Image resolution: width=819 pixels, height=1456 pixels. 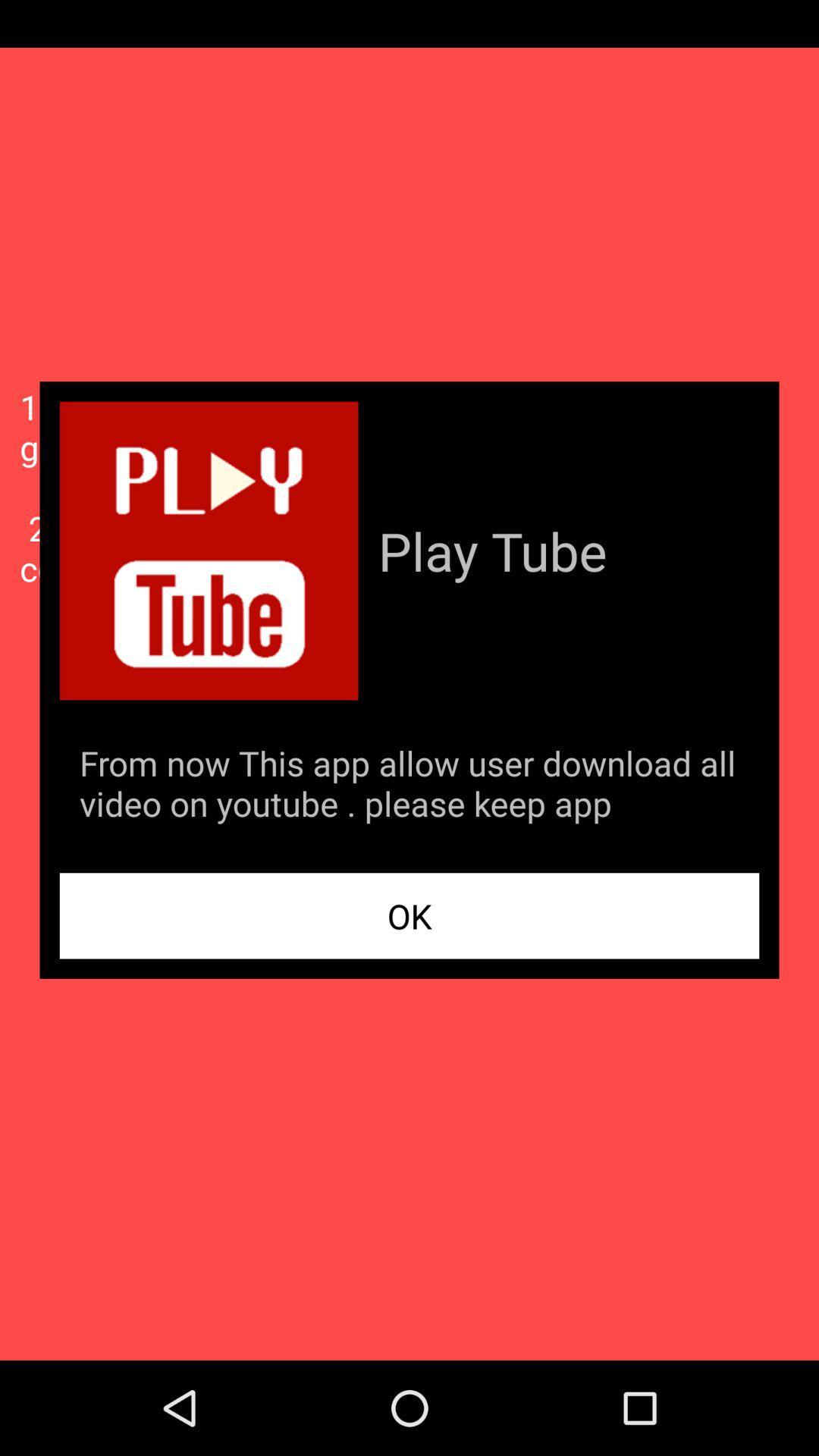 I want to click on from now this, so click(x=409, y=786).